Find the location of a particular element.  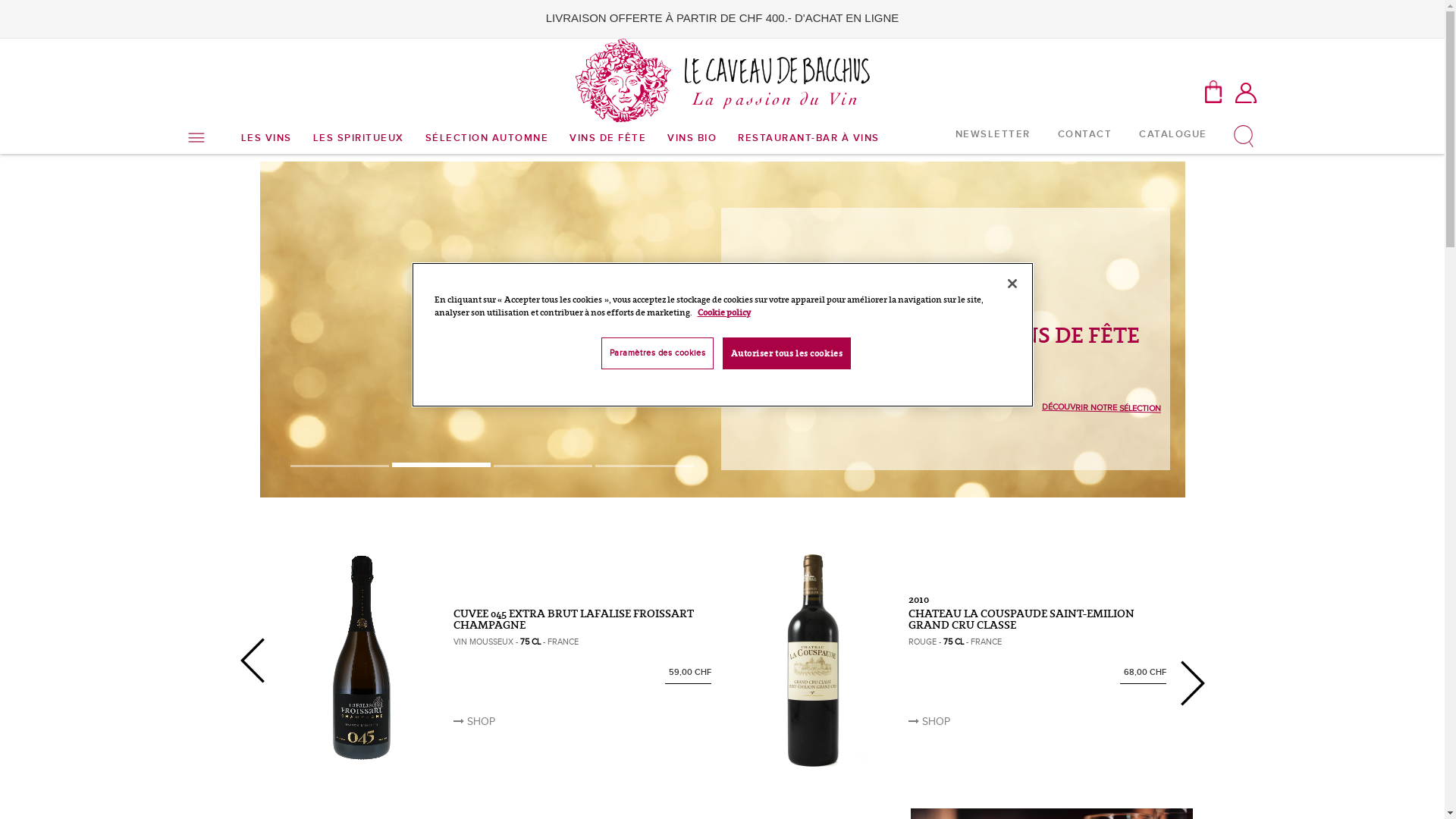

'MON PANIER' is located at coordinates (1212, 91).